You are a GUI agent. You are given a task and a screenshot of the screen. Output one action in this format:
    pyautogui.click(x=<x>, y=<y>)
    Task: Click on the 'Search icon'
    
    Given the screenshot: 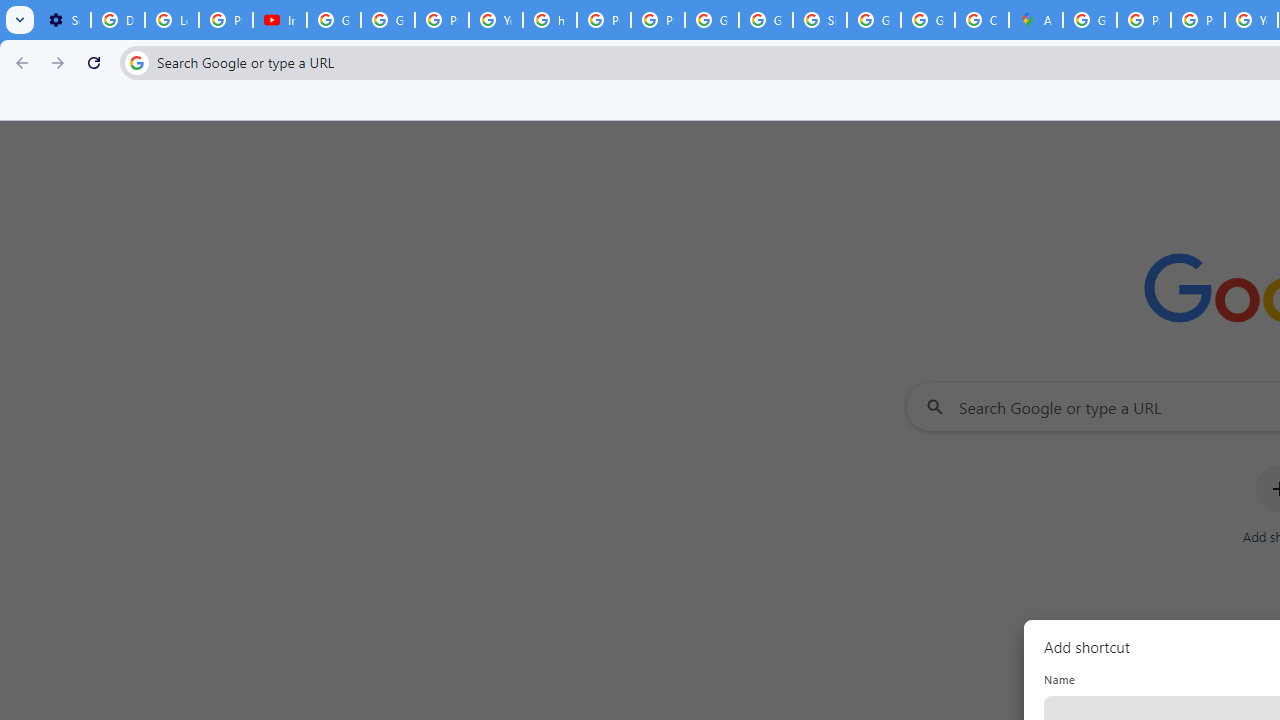 What is the action you would take?
    pyautogui.click(x=135, y=61)
    